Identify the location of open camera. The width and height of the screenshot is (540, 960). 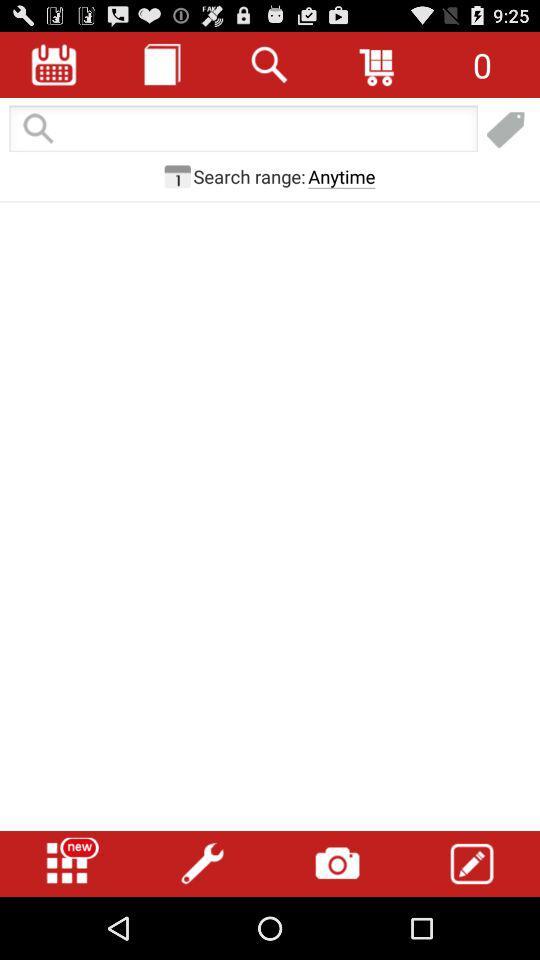
(337, 863).